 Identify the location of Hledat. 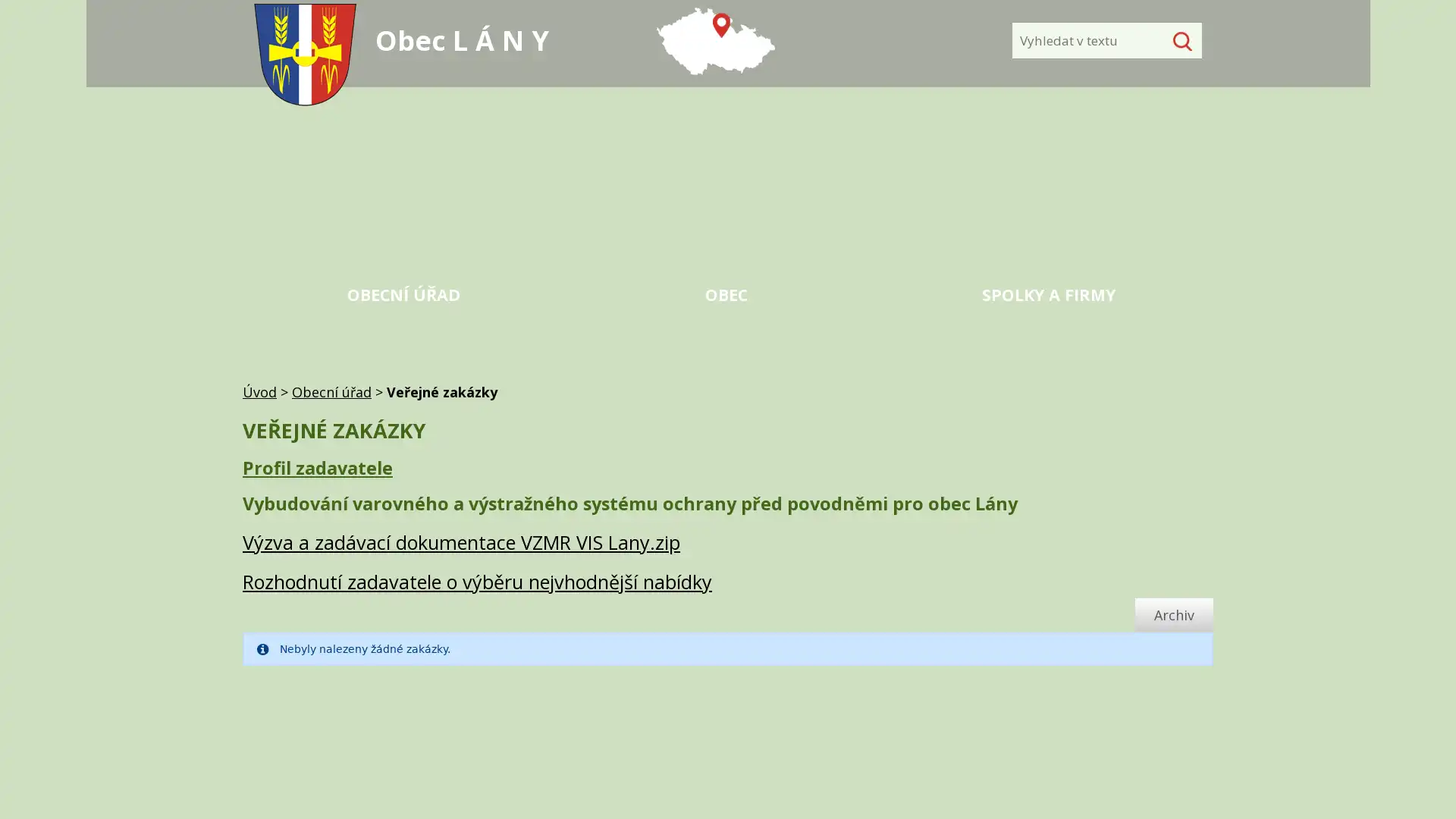
(1178, 40).